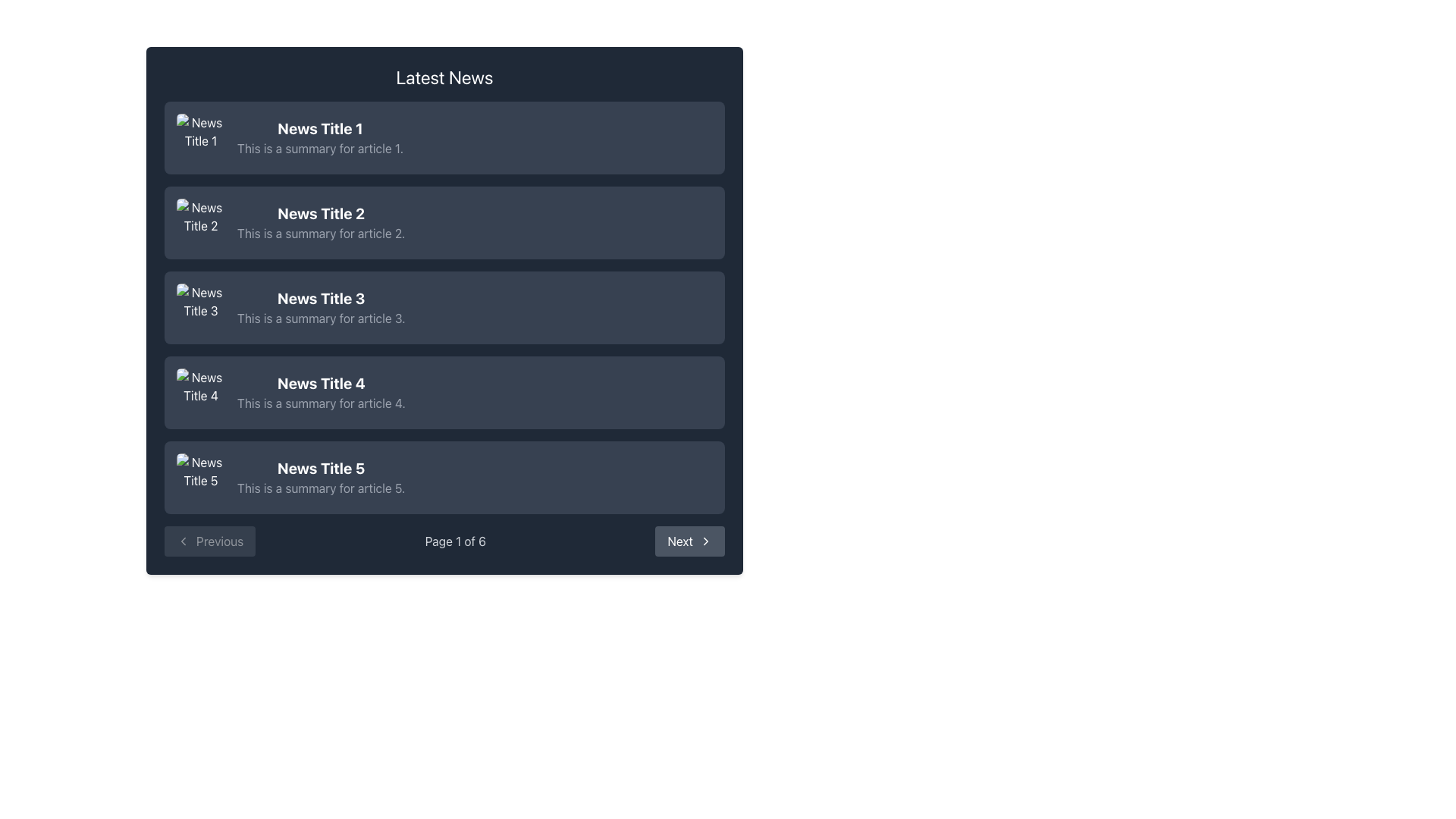  What do you see at coordinates (199, 476) in the screenshot?
I see `the placeholder icon for 'News Title 5', located in the fifth row of news items, which features landscape elements like mountains and sky` at bounding box center [199, 476].